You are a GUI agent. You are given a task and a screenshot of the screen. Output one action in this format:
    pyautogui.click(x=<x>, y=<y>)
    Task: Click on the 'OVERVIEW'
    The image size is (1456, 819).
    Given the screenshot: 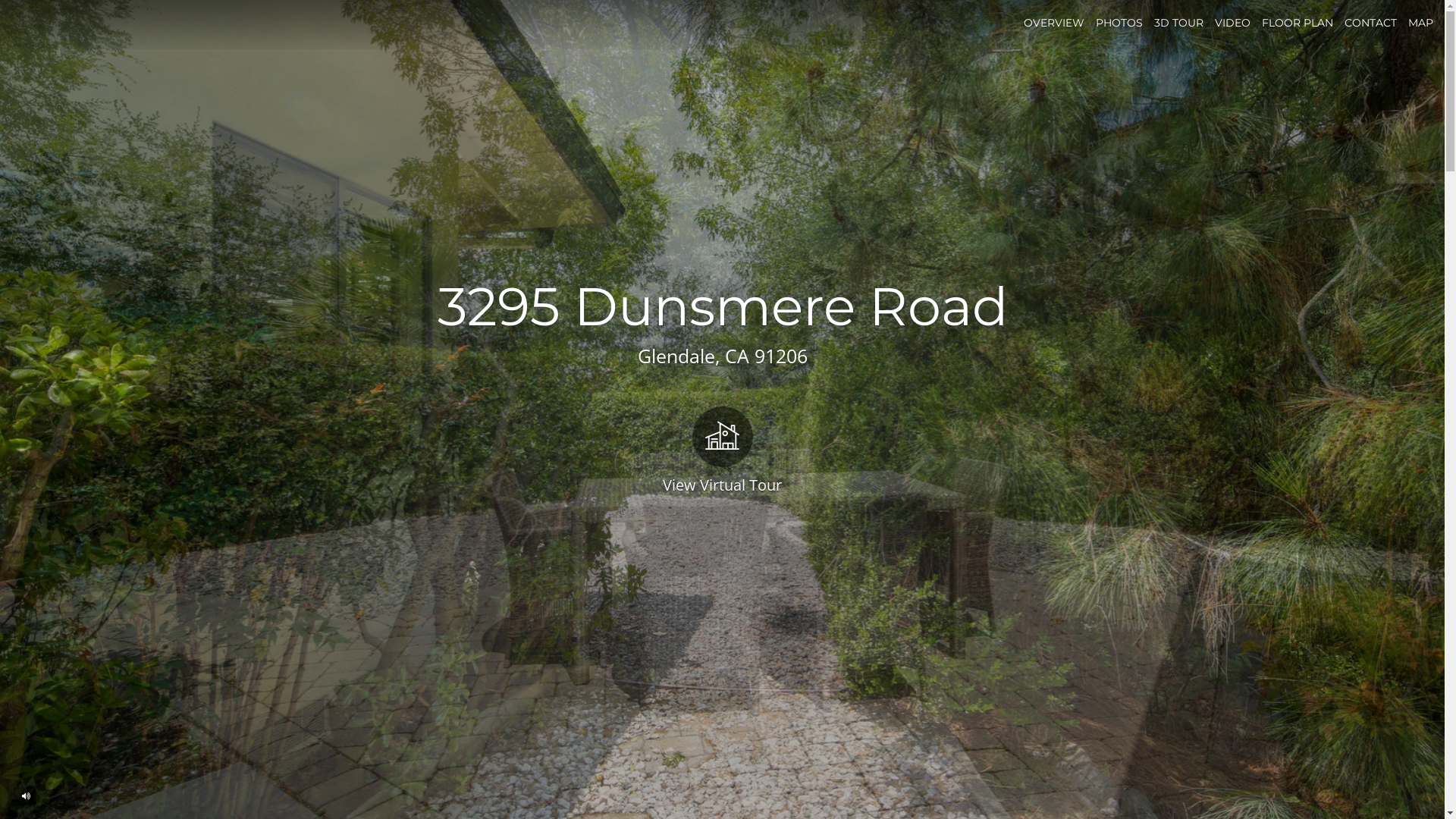 What is the action you would take?
    pyautogui.click(x=1053, y=23)
    